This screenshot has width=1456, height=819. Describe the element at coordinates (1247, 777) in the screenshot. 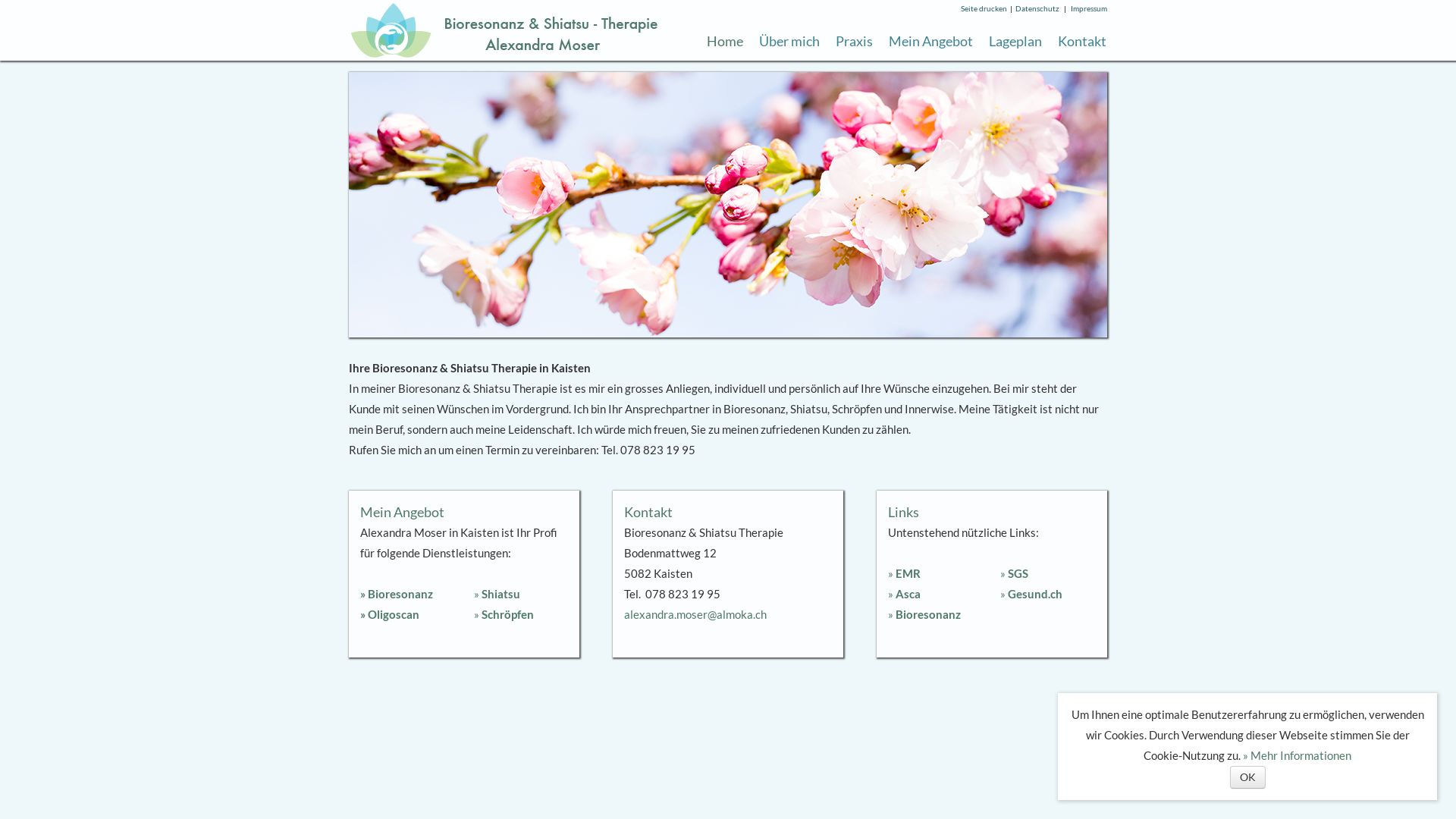

I see `'OK'` at that location.